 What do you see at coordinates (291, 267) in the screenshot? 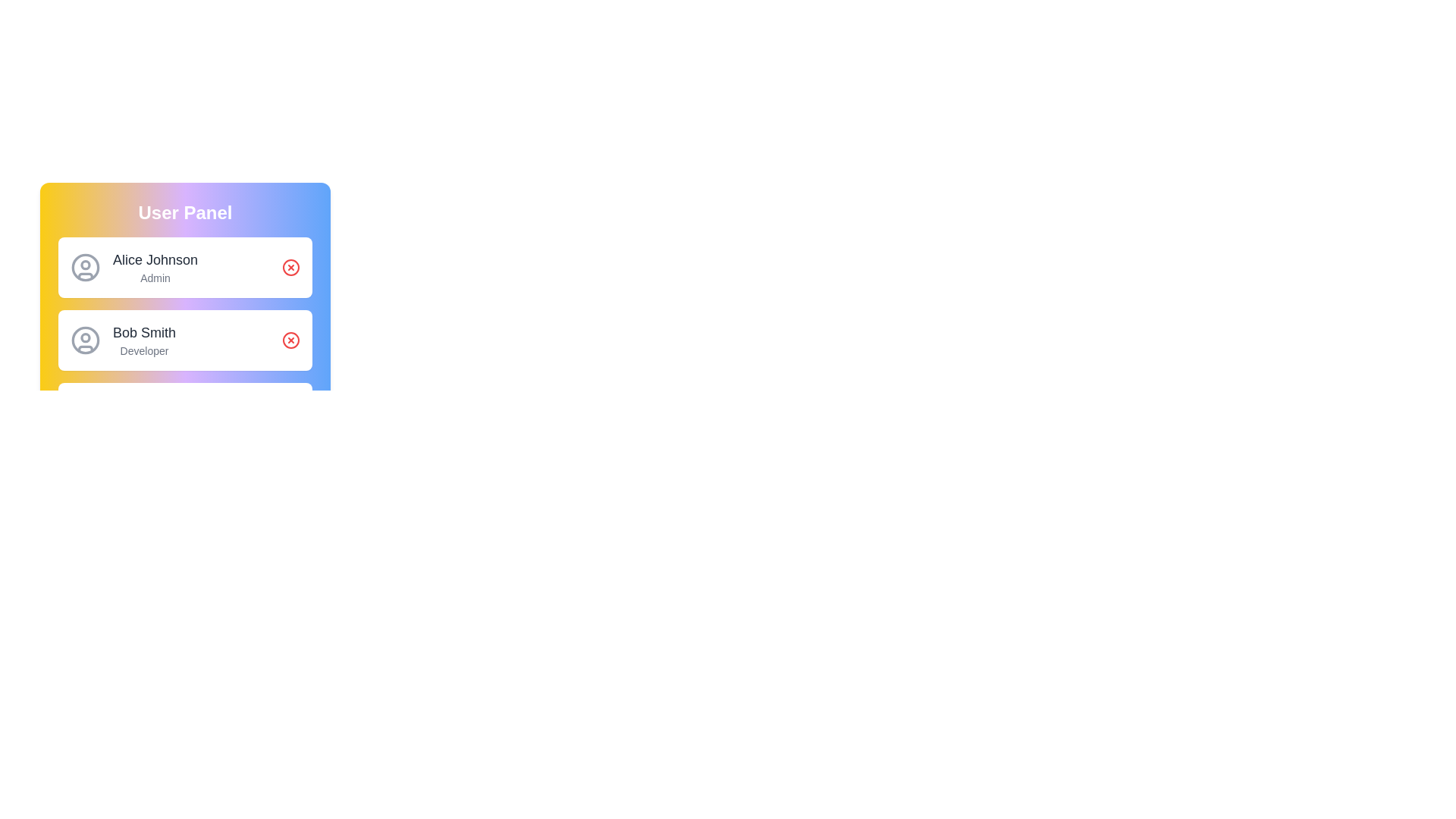
I see `the delete or close button on the far-right side of Alice Johnson's user information panel` at bounding box center [291, 267].